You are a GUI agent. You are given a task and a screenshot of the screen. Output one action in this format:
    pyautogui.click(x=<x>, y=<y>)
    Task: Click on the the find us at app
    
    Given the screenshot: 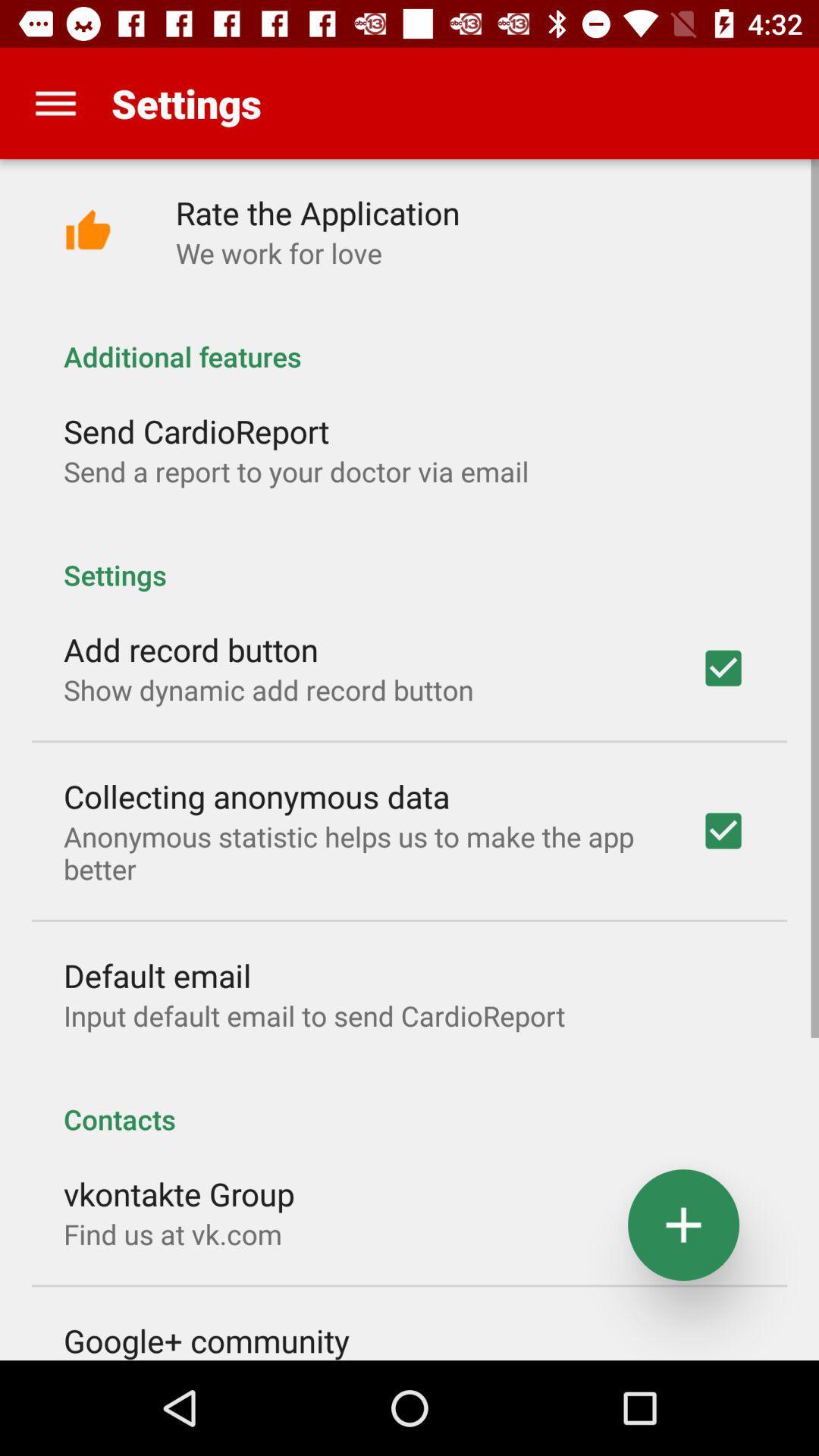 What is the action you would take?
    pyautogui.click(x=171, y=1234)
    